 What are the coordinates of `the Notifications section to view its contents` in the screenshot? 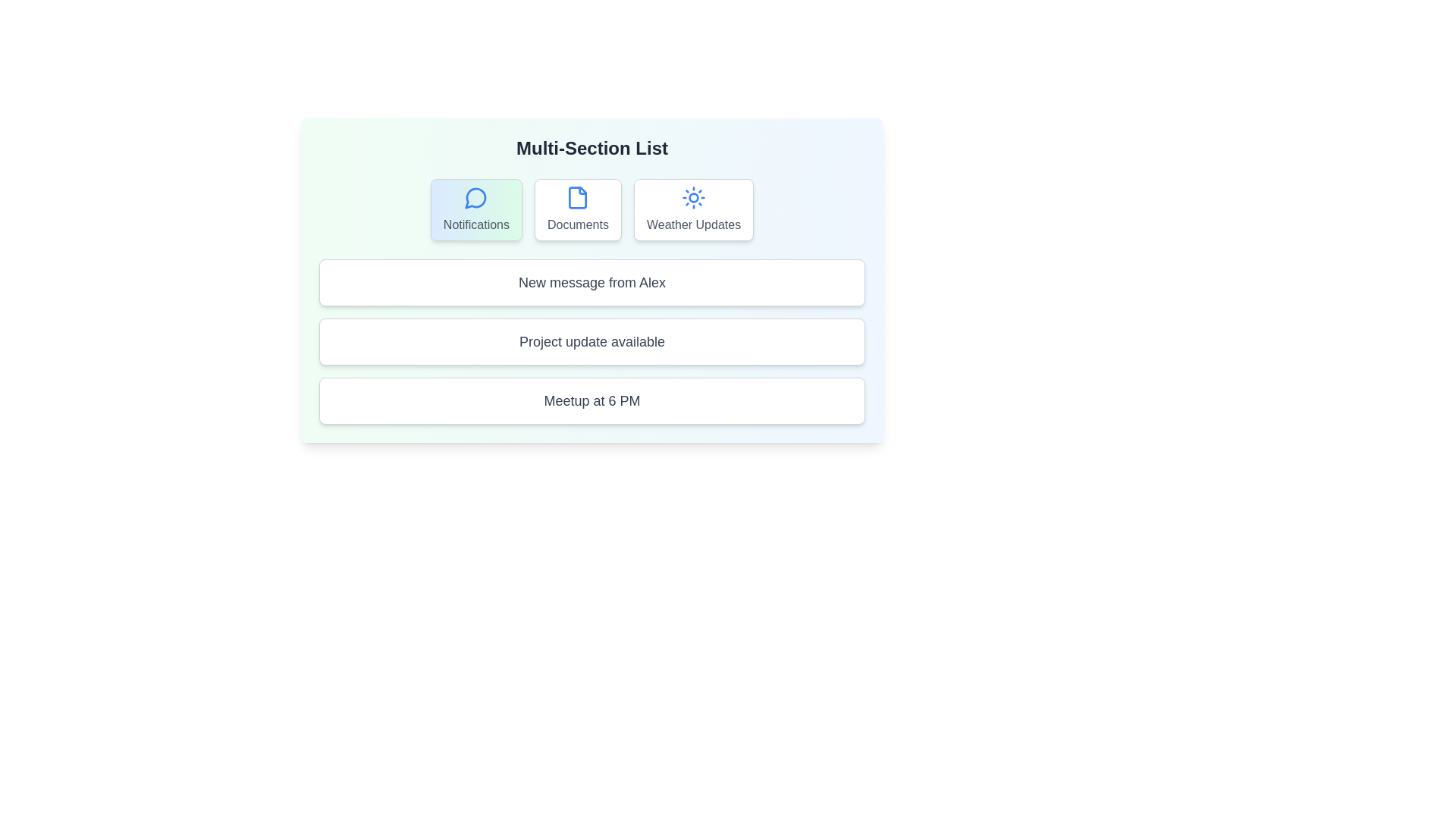 It's located at (475, 210).